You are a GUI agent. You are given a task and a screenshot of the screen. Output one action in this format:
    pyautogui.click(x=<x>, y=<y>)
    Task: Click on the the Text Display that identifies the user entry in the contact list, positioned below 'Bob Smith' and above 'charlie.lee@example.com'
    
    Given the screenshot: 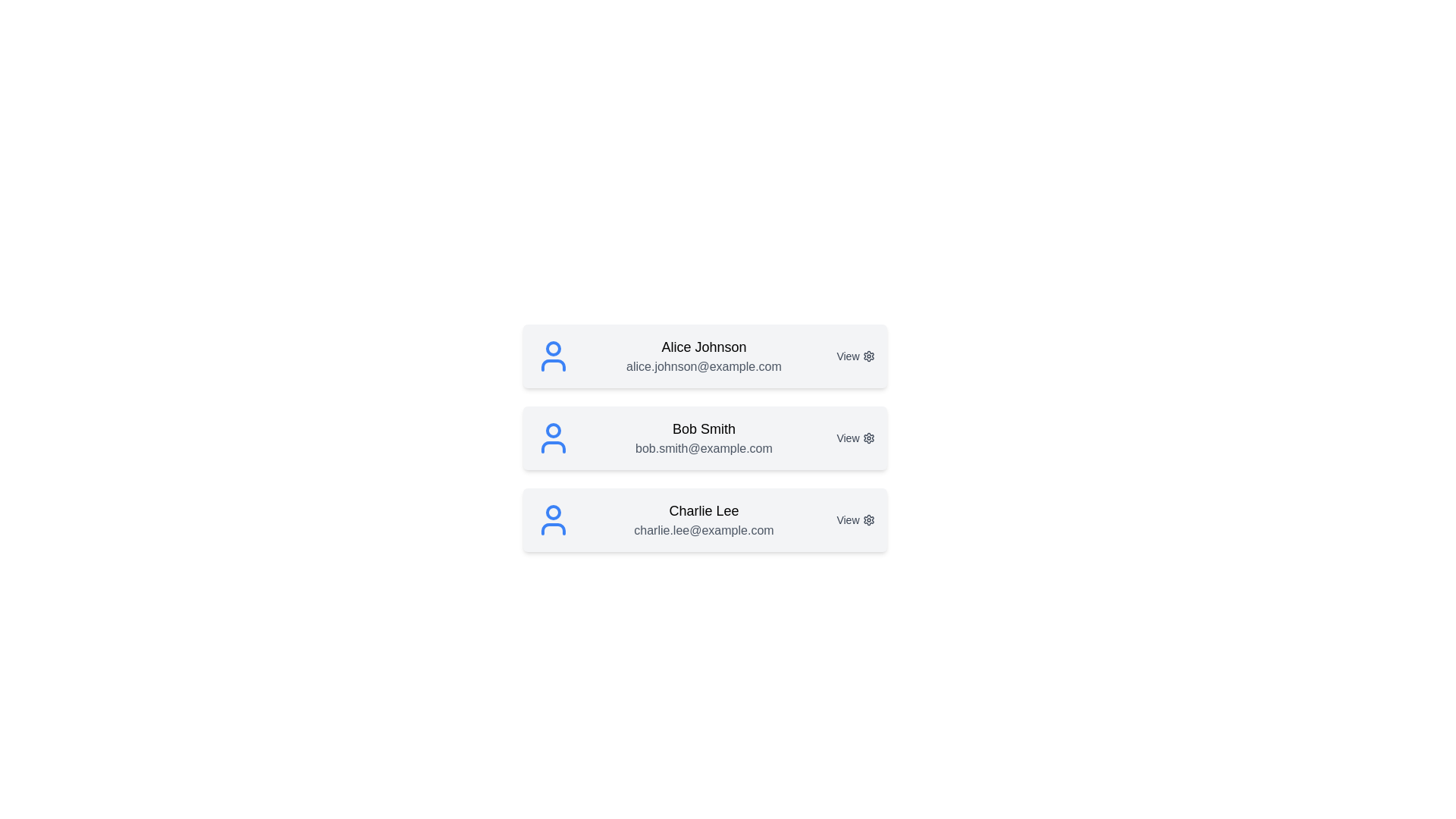 What is the action you would take?
    pyautogui.click(x=703, y=511)
    